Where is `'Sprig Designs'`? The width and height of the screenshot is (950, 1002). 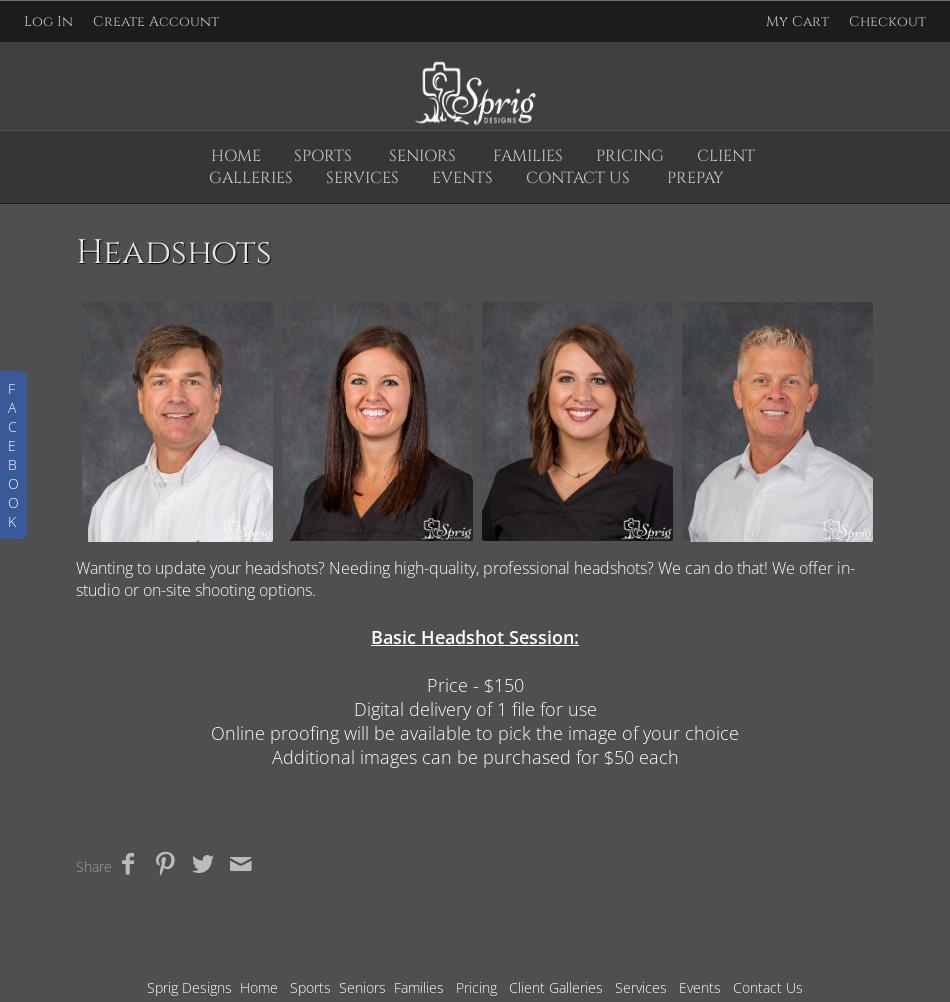 'Sprig Designs' is located at coordinates (189, 986).